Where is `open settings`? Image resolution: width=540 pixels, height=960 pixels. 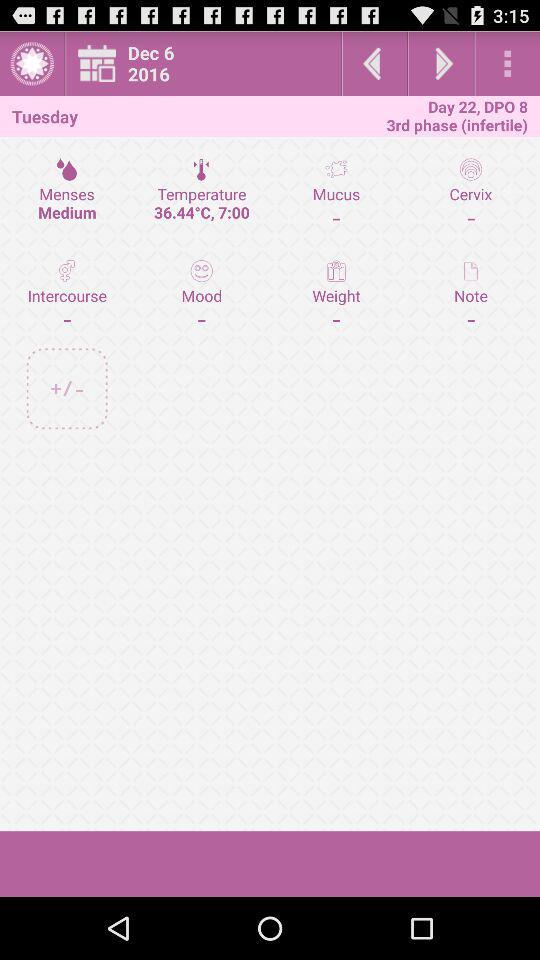 open settings is located at coordinates (507, 63).